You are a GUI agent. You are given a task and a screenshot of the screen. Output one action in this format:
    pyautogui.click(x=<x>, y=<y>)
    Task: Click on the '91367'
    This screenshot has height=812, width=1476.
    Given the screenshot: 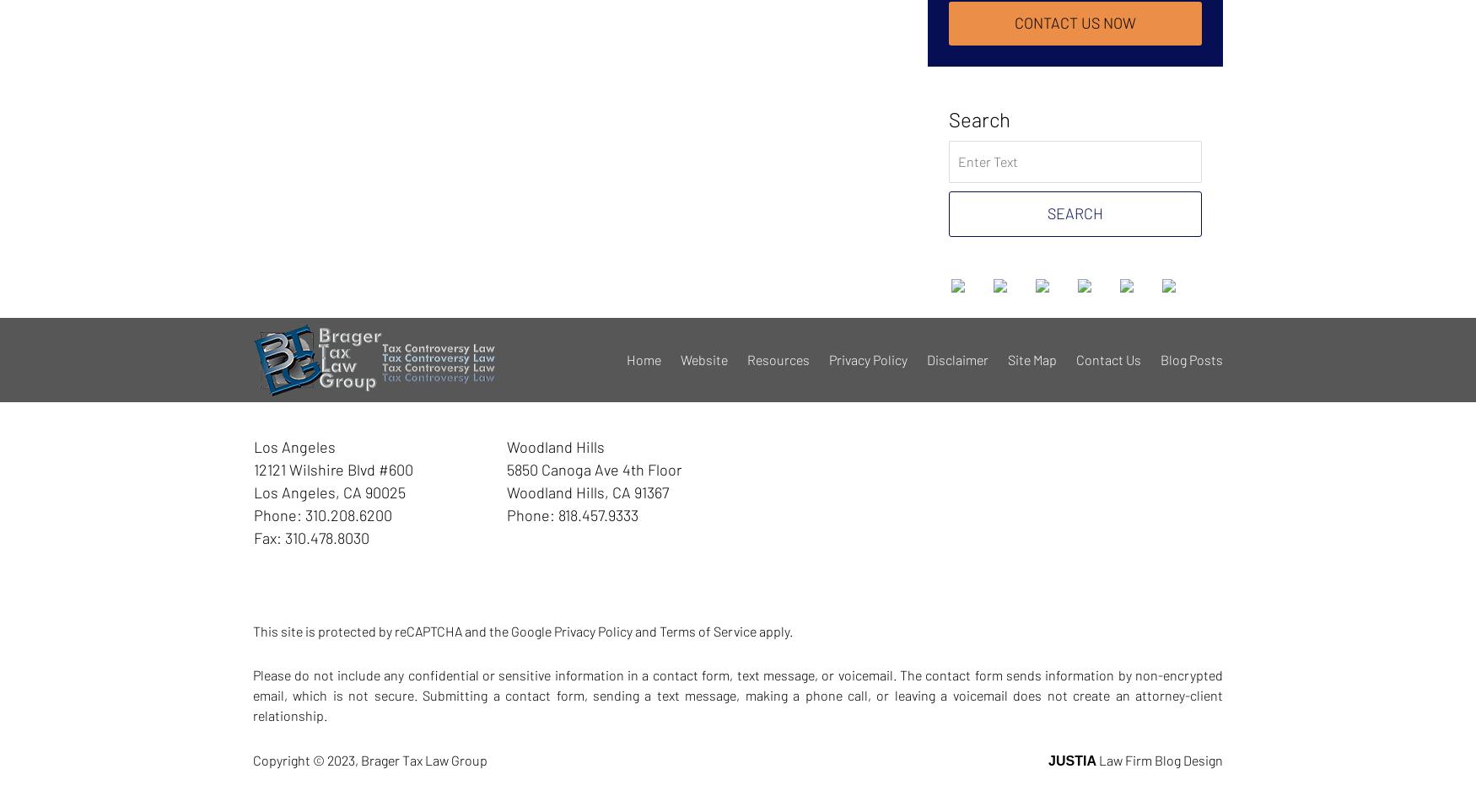 What is the action you would take?
    pyautogui.click(x=650, y=492)
    